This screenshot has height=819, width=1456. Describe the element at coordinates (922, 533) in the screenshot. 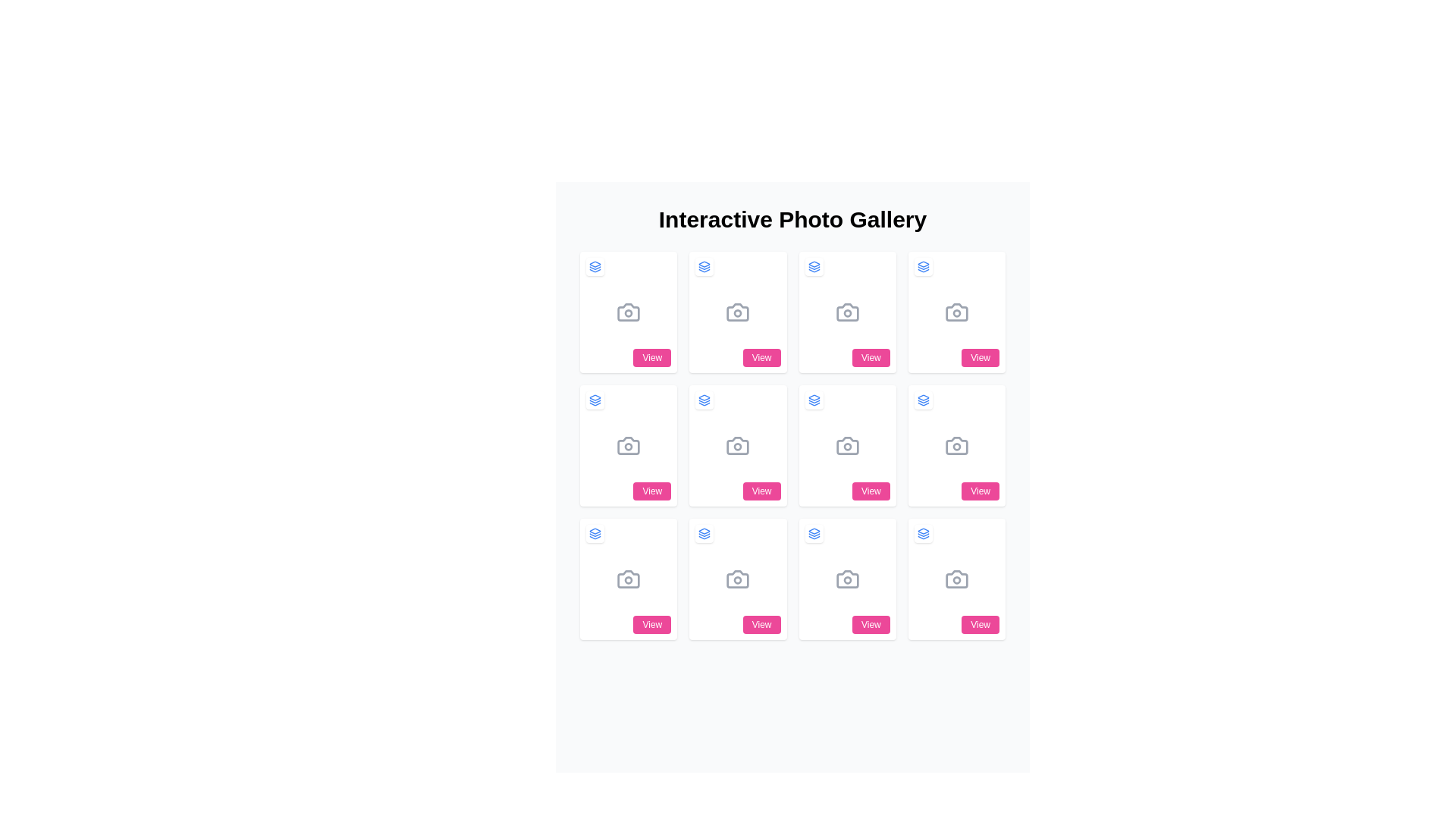

I see `the decorative icon located at the top-left corner of the white card, which serves as a visual identifier for the content category` at that location.